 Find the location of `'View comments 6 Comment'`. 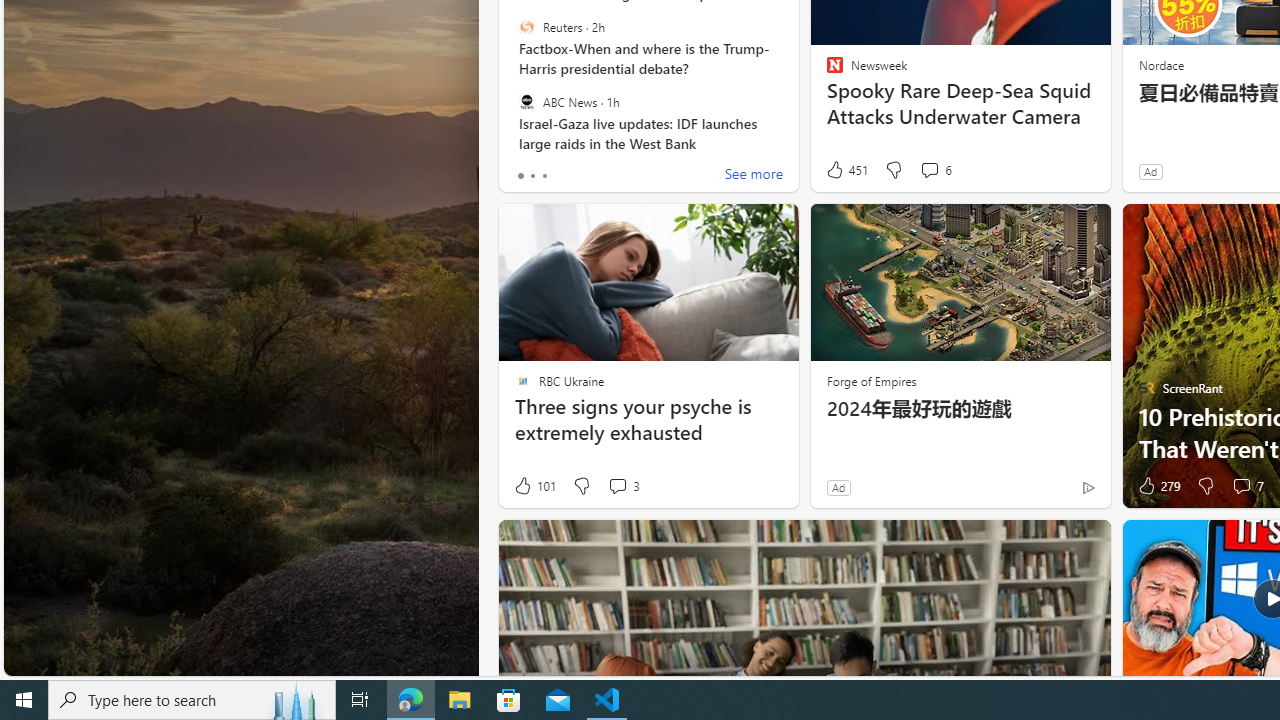

'View comments 6 Comment' is located at coordinates (928, 168).